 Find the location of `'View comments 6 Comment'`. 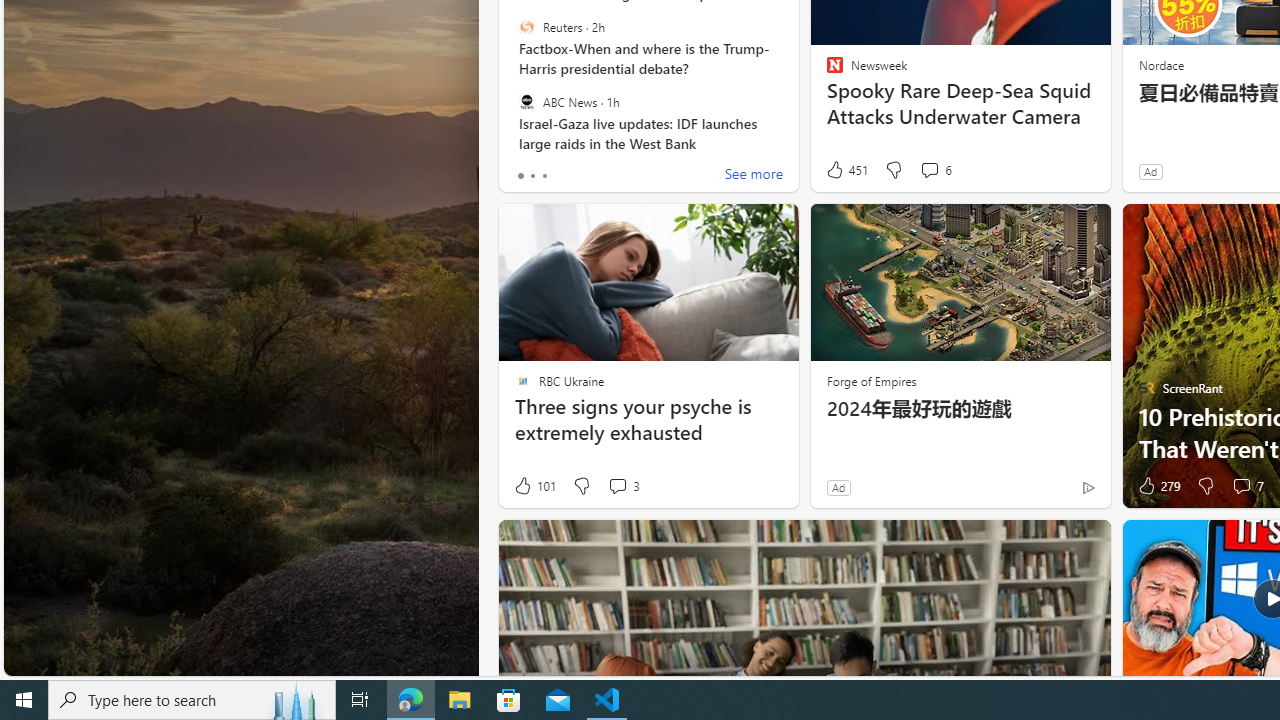

'View comments 6 Comment' is located at coordinates (928, 168).